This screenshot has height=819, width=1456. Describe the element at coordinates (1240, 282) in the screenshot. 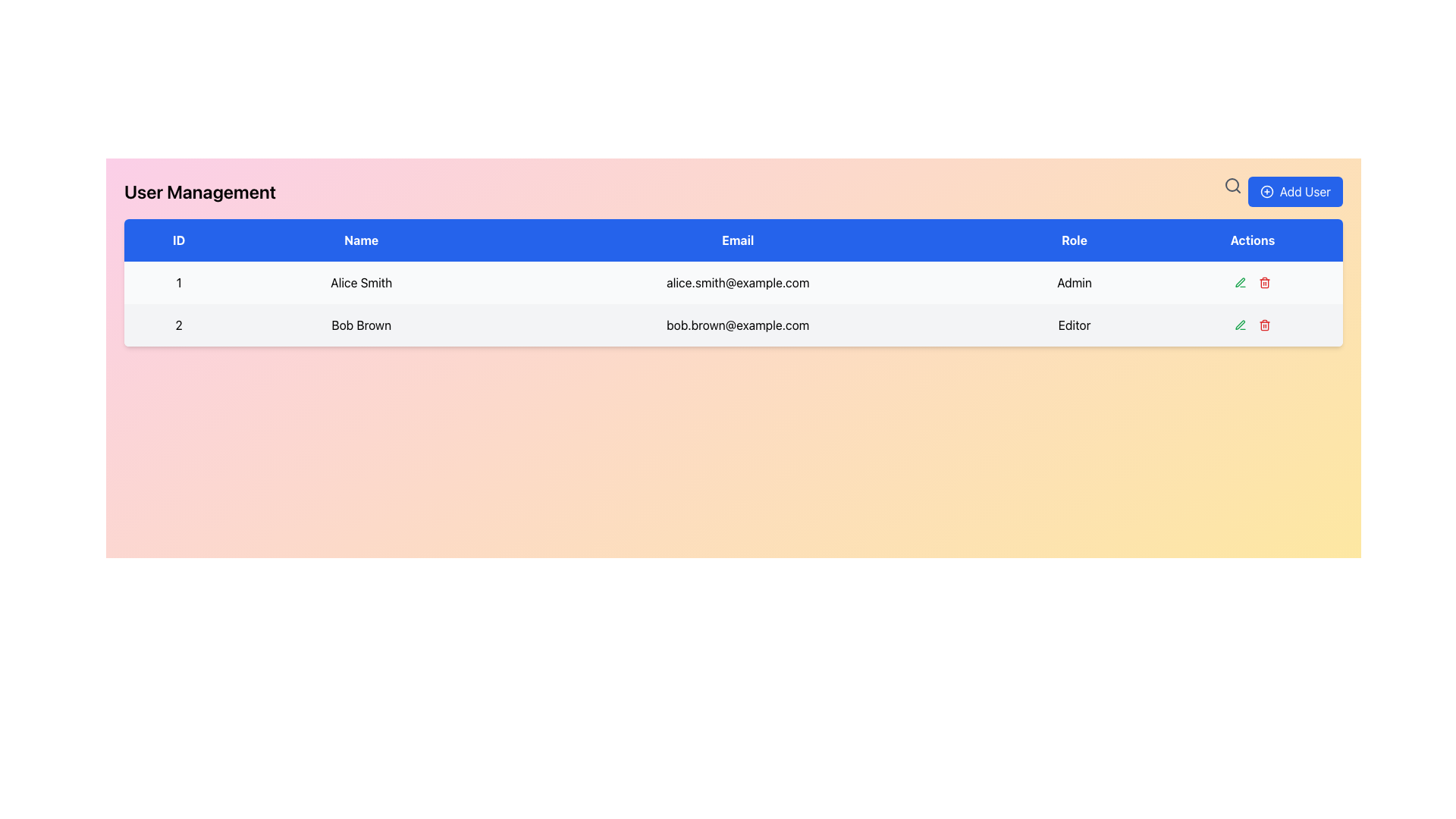

I see `the edit button for user 'Bob Brown' located in the 'Actions' column of the second row in the table, which features a pen icon` at that location.